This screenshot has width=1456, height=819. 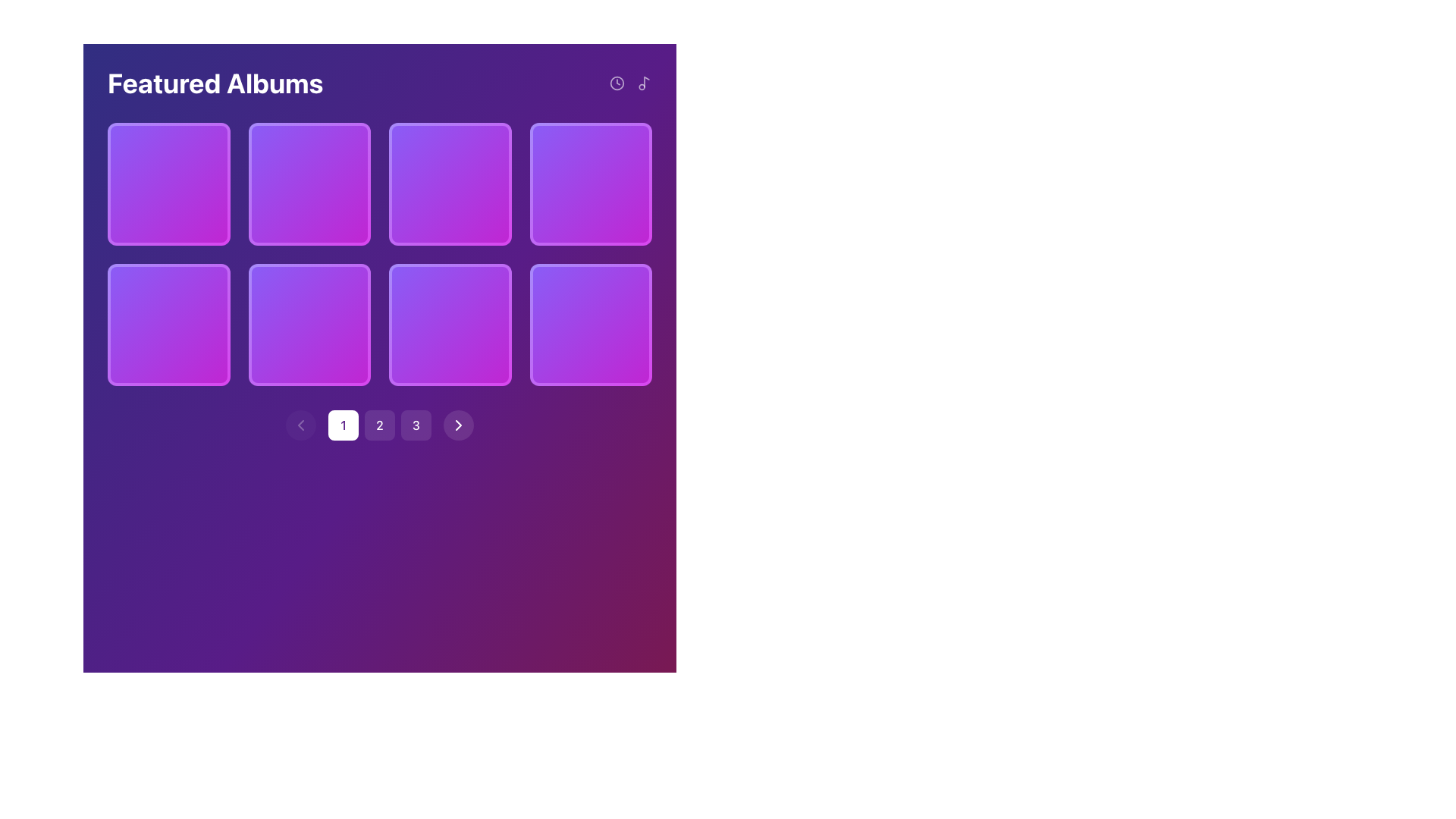 I want to click on the first card, so click(x=168, y=183).